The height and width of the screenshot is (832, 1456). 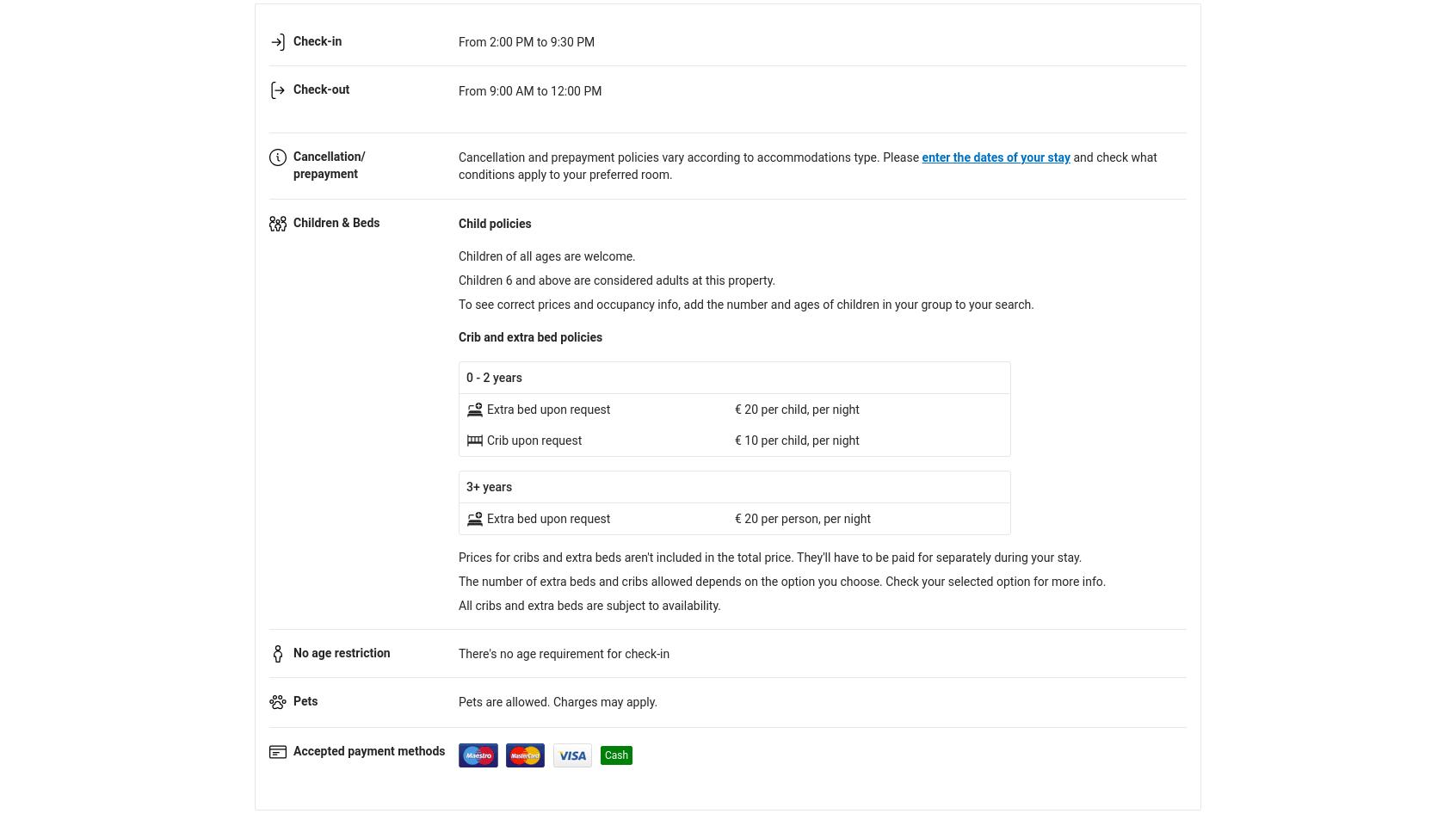 I want to click on 'Accepted payment methods', so click(x=367, y=749).